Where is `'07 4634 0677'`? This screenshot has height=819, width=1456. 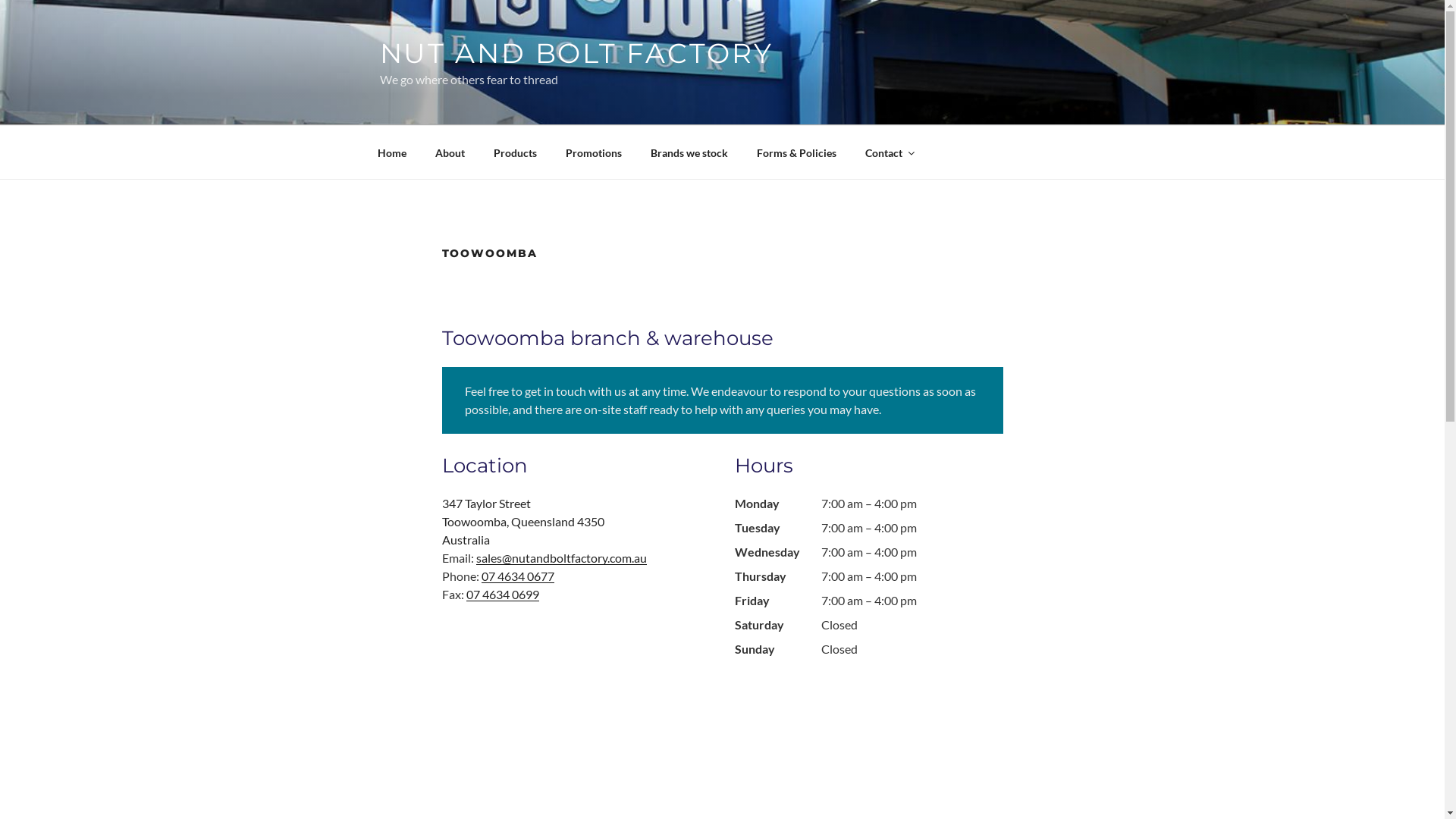
'07 4634 0677' is located at coordinates (516, 576).